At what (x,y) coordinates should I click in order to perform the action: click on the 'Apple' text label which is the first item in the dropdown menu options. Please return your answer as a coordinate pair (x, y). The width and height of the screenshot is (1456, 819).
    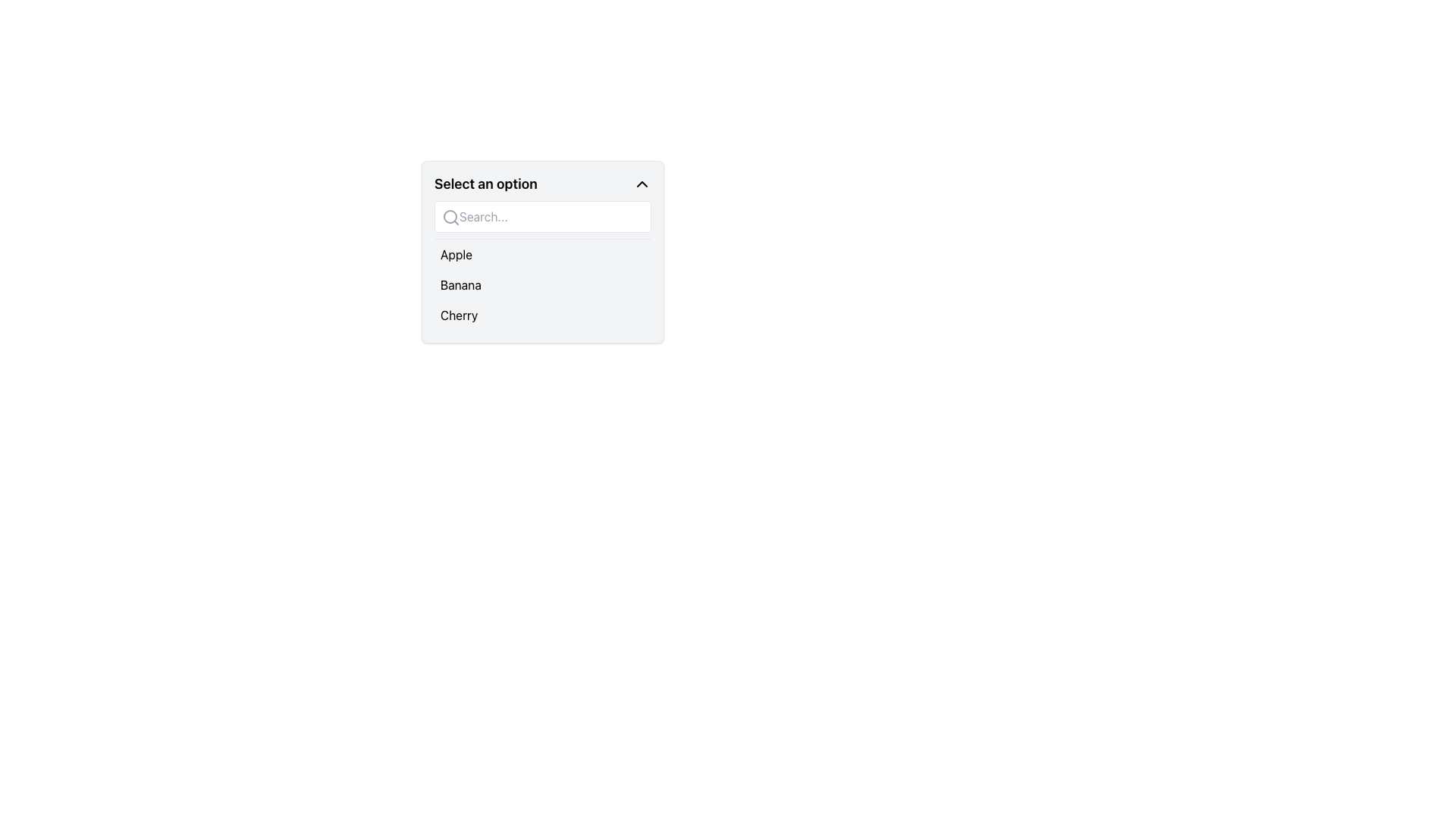
    Looking at the image, I should click on (455, 253).